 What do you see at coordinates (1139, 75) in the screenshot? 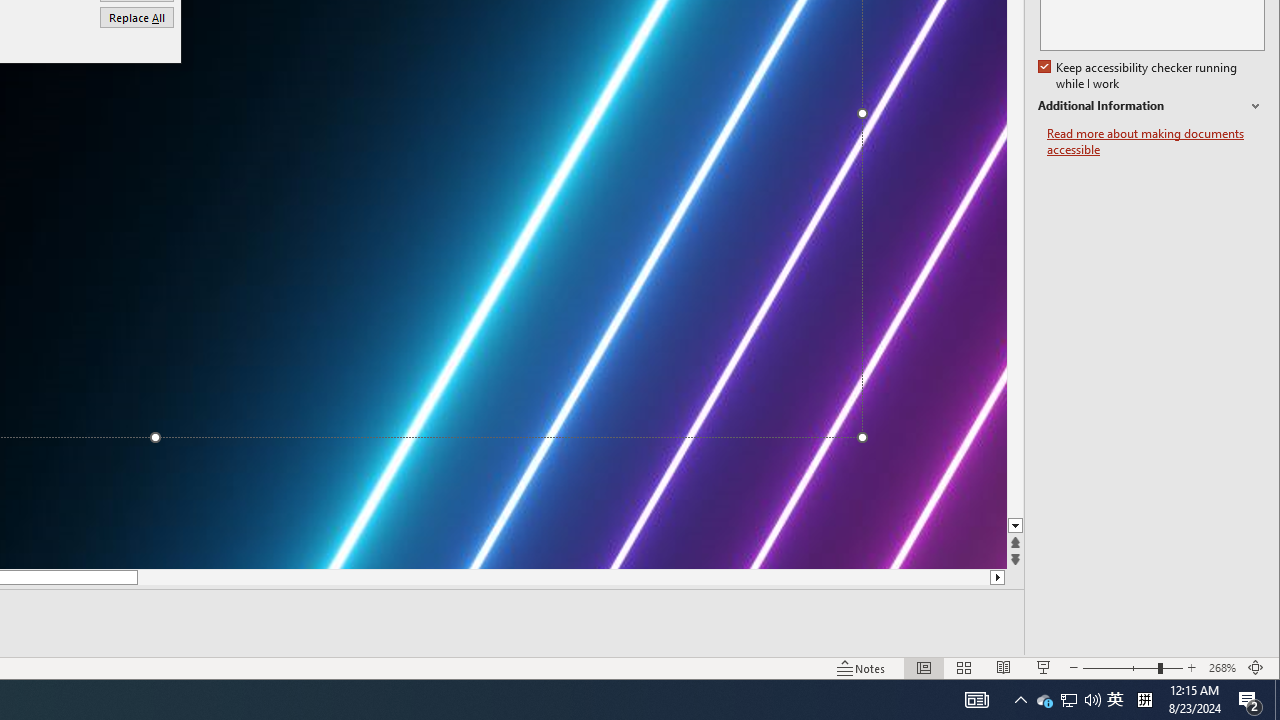
I see `'Additional Information'` at bounding box center [1139, 75].